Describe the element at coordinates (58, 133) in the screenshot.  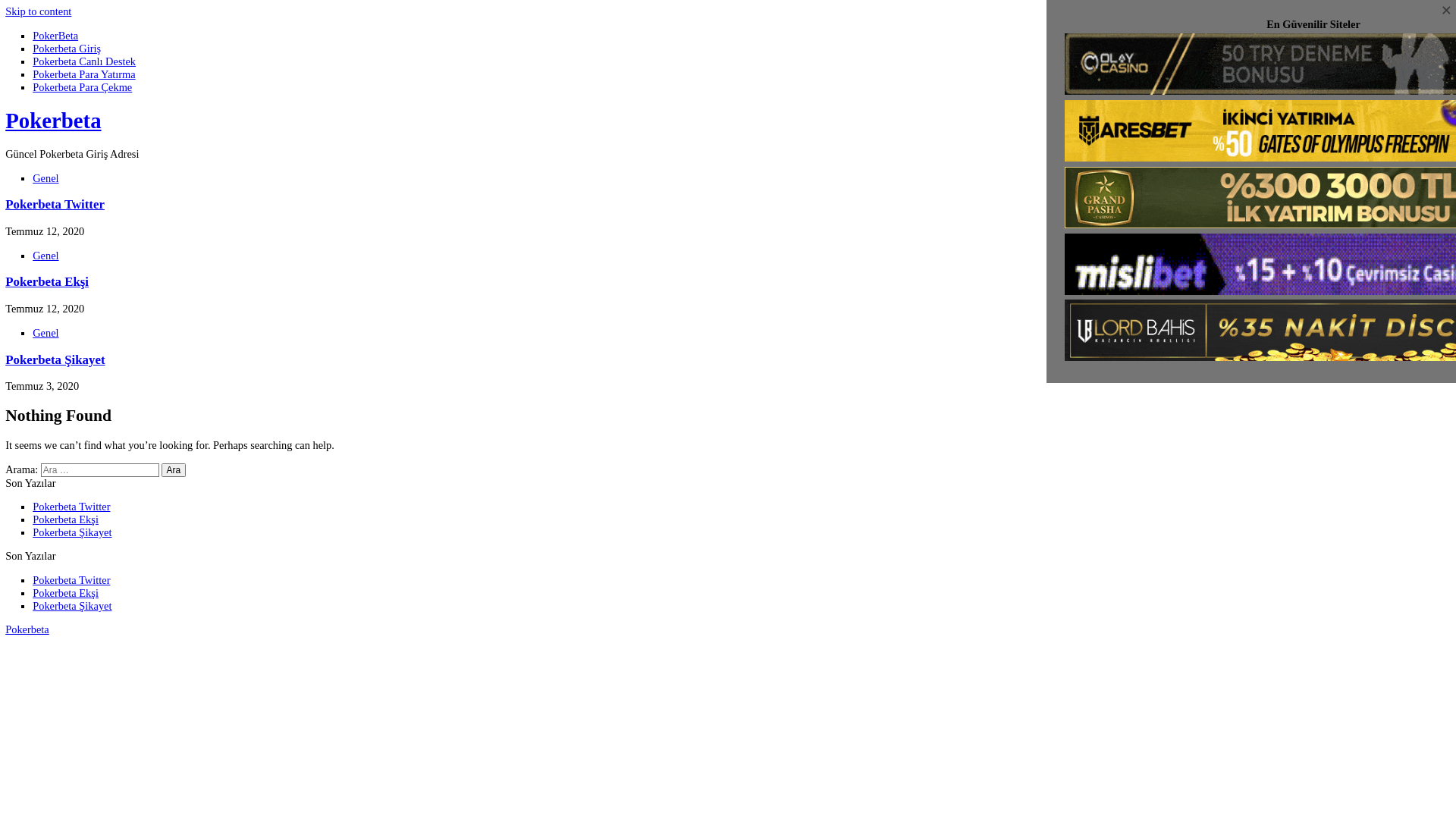
I see `'Pokerbeta'` at that location.